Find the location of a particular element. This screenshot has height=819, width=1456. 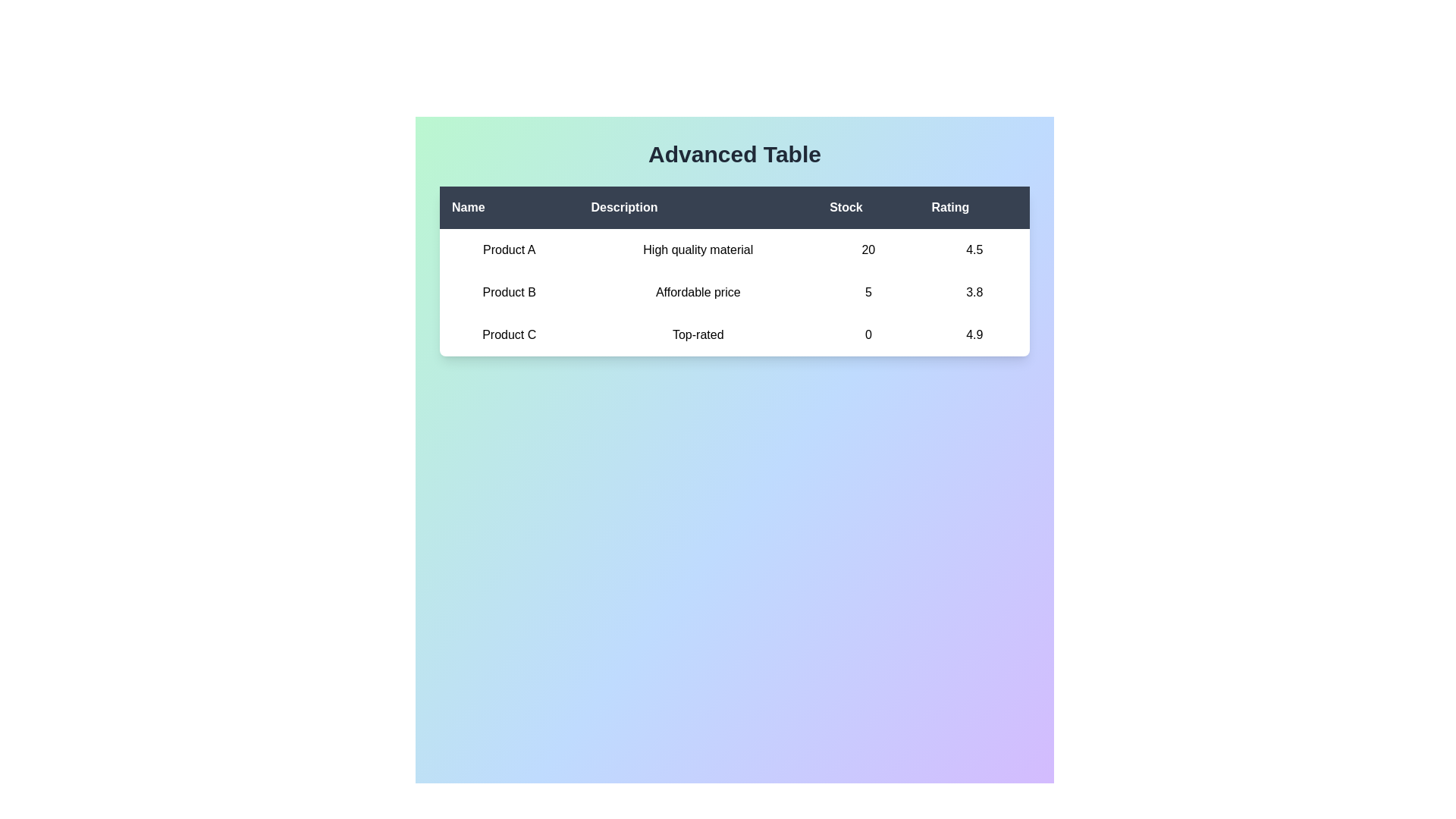

the 'Top-rated' text label located in the middle column of the row for 'Product C' in the table is located at coordinates (697, 334).